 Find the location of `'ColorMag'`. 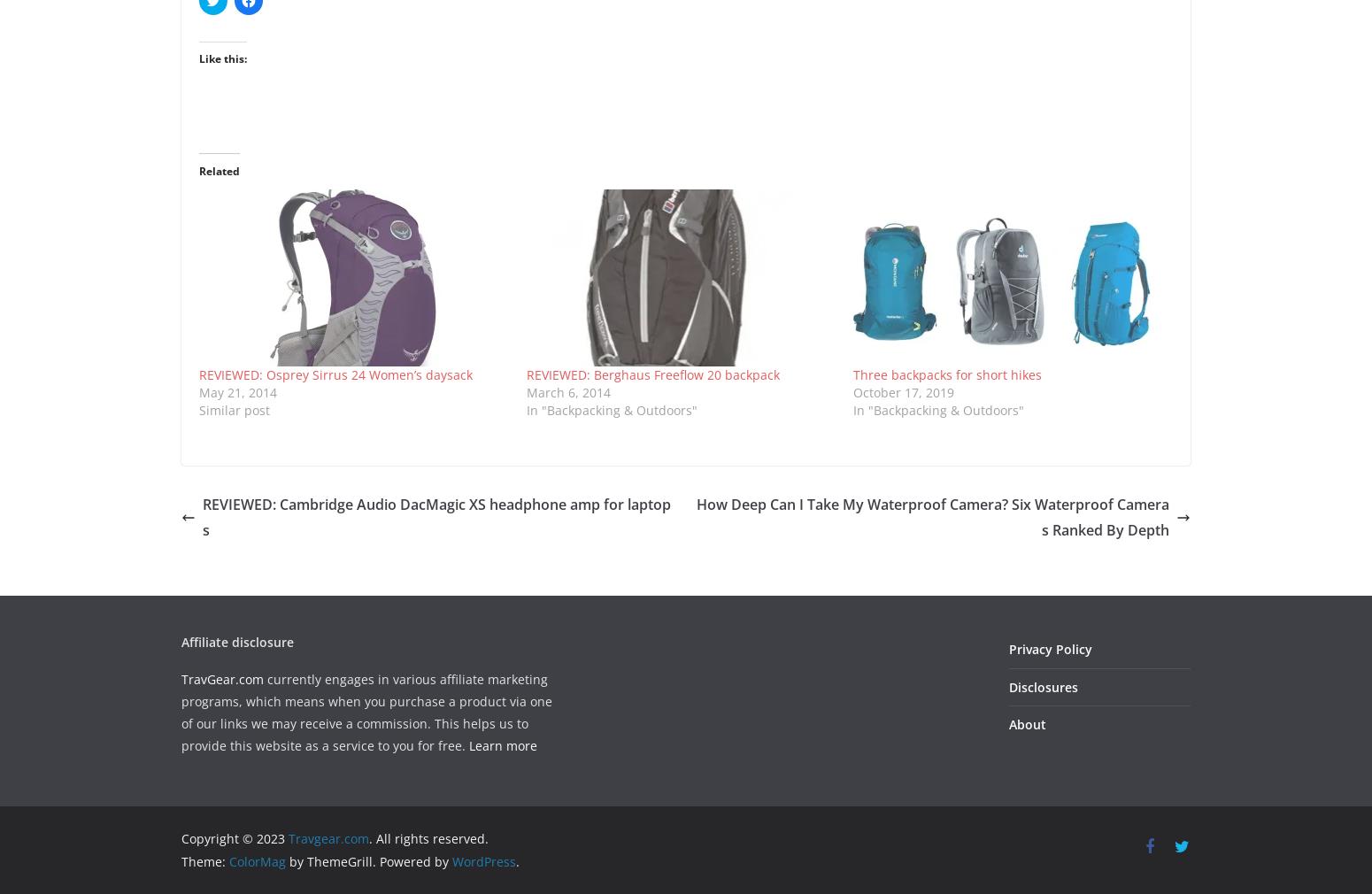

'ColorMag' is located at coordinates (257, 860).